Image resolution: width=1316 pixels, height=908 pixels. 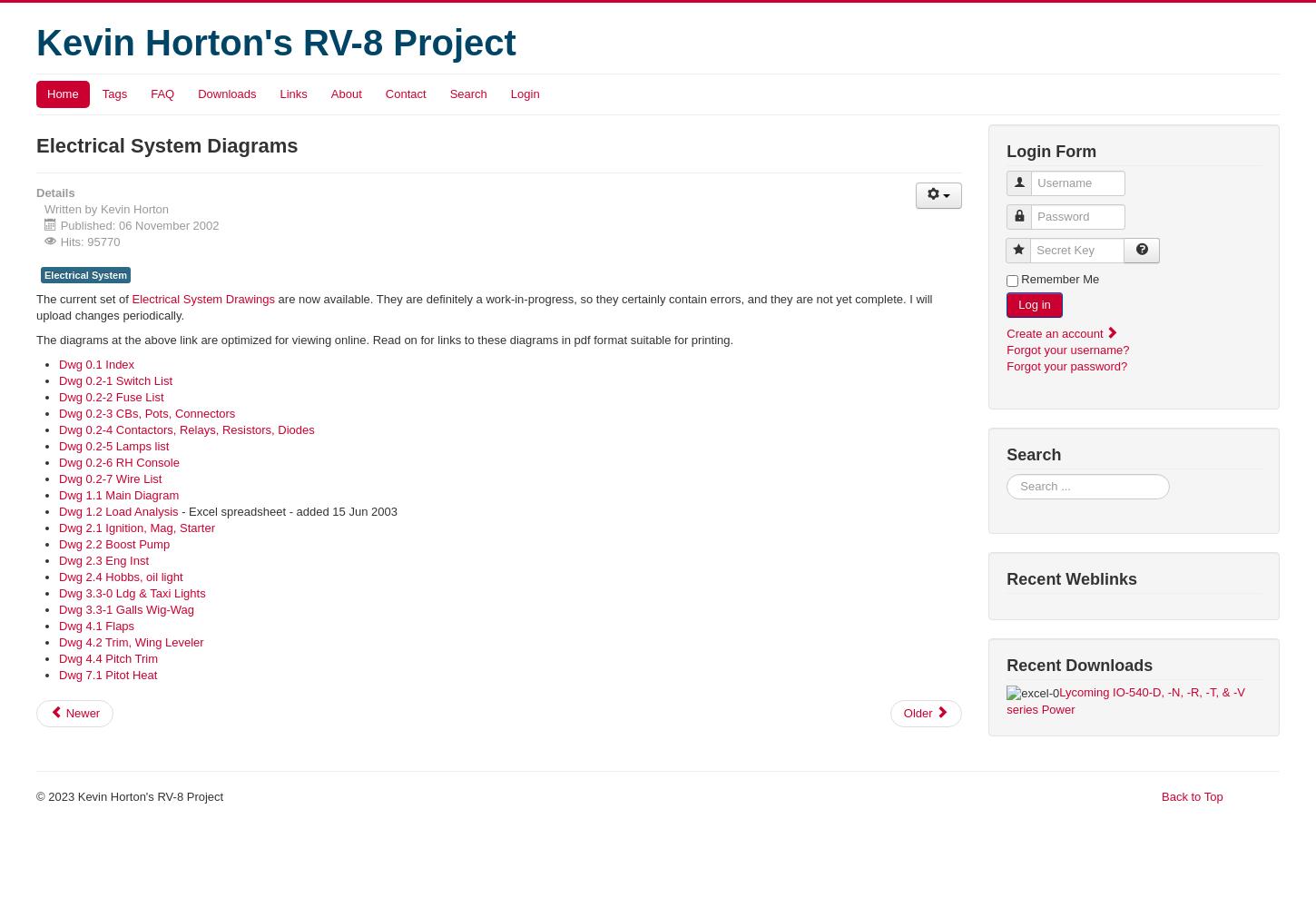 What do you see at coordinates (293, 93) in the screenshot?
I see `'Links'` at bounding box center [293, 93].